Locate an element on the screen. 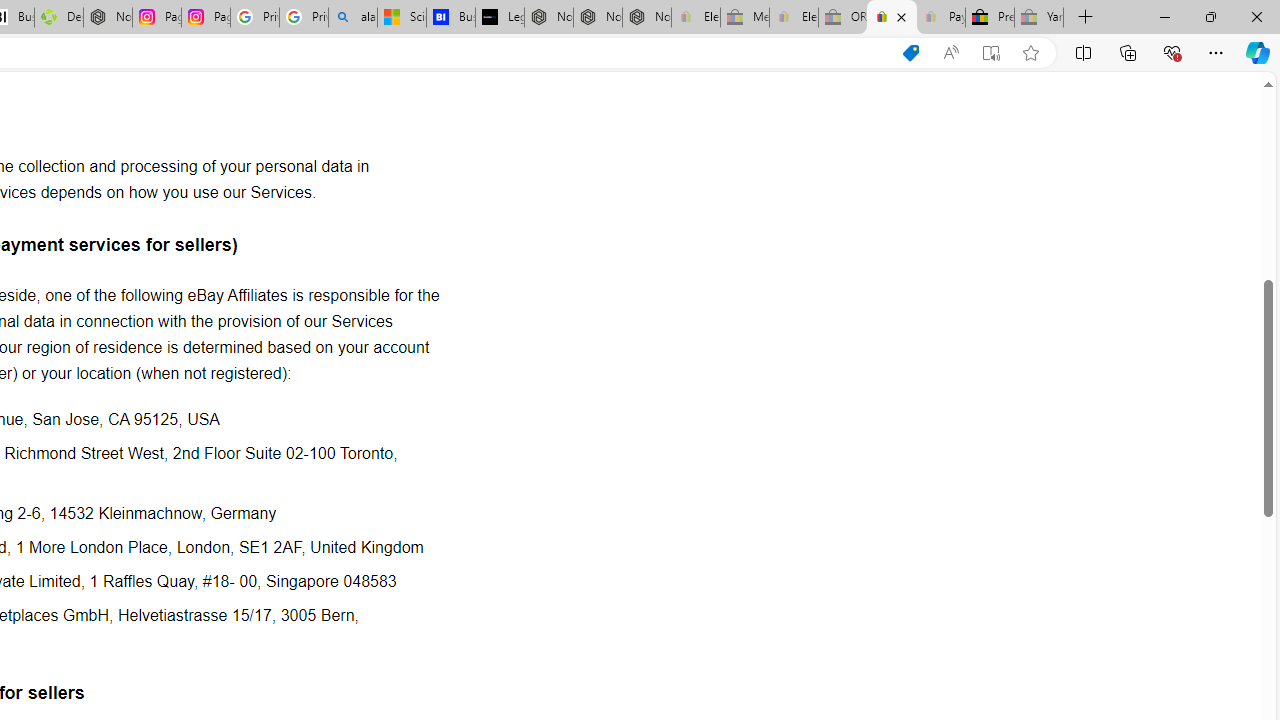 Image resolution: width=1280 pixels, height=720 pixels. 'User Privacy Notice | eBay' is located at coordinates (891, 17).